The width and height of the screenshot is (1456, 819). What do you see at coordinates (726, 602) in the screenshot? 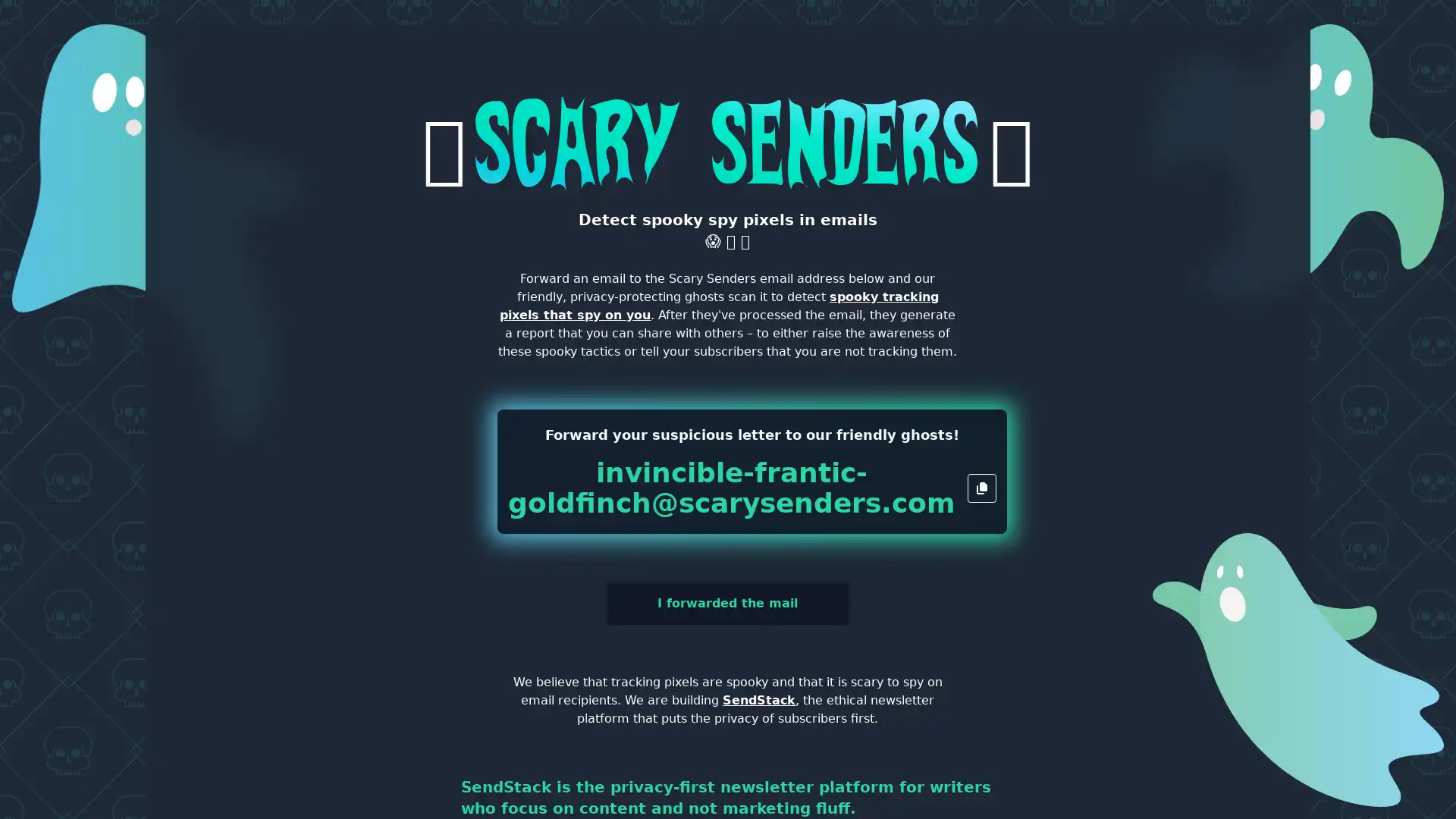
I see `I forwarded the mail` at bounding box center [726, 602].